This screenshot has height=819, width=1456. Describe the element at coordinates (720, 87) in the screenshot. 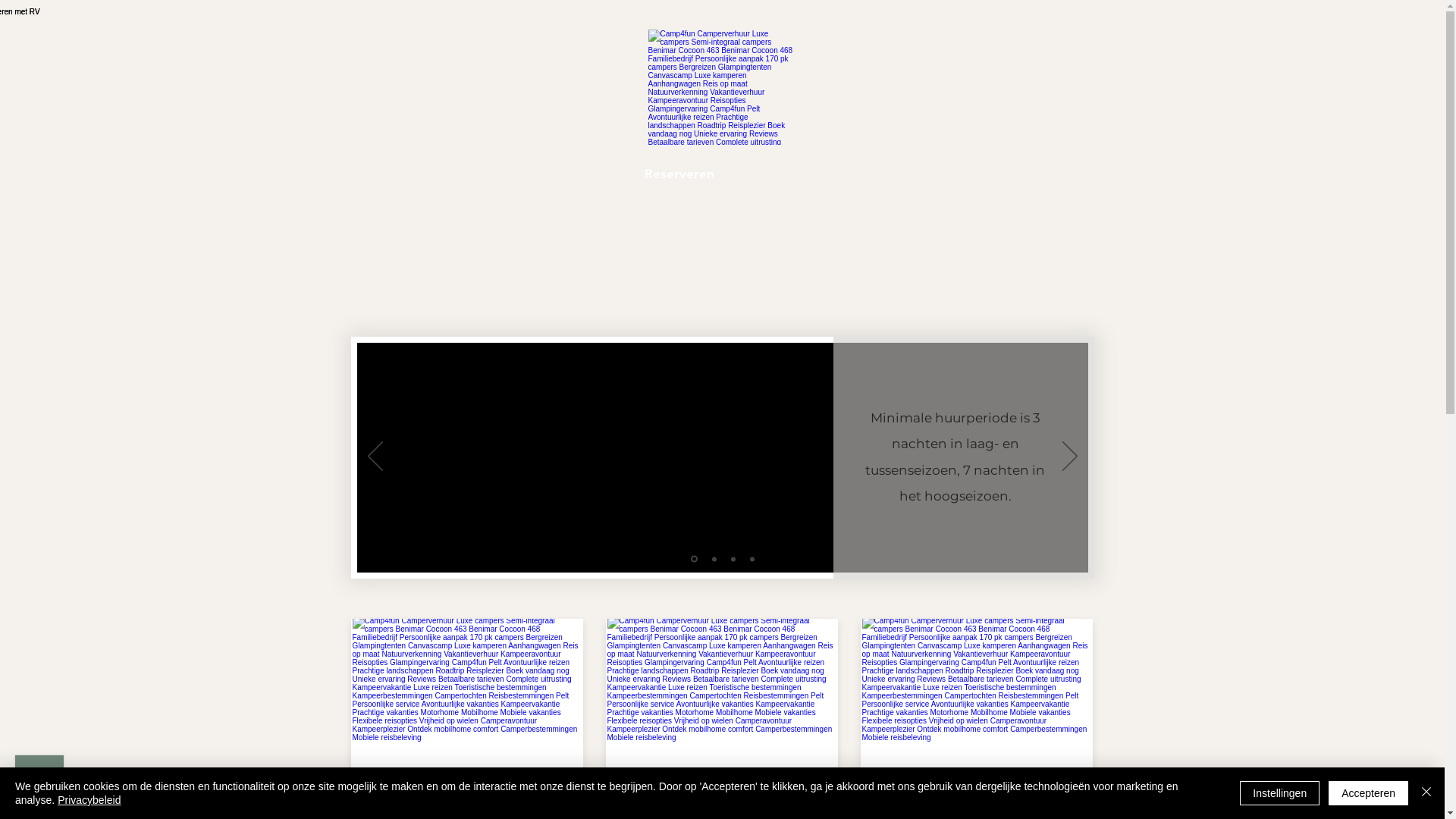

I see `'Camp4fun'` at that location.